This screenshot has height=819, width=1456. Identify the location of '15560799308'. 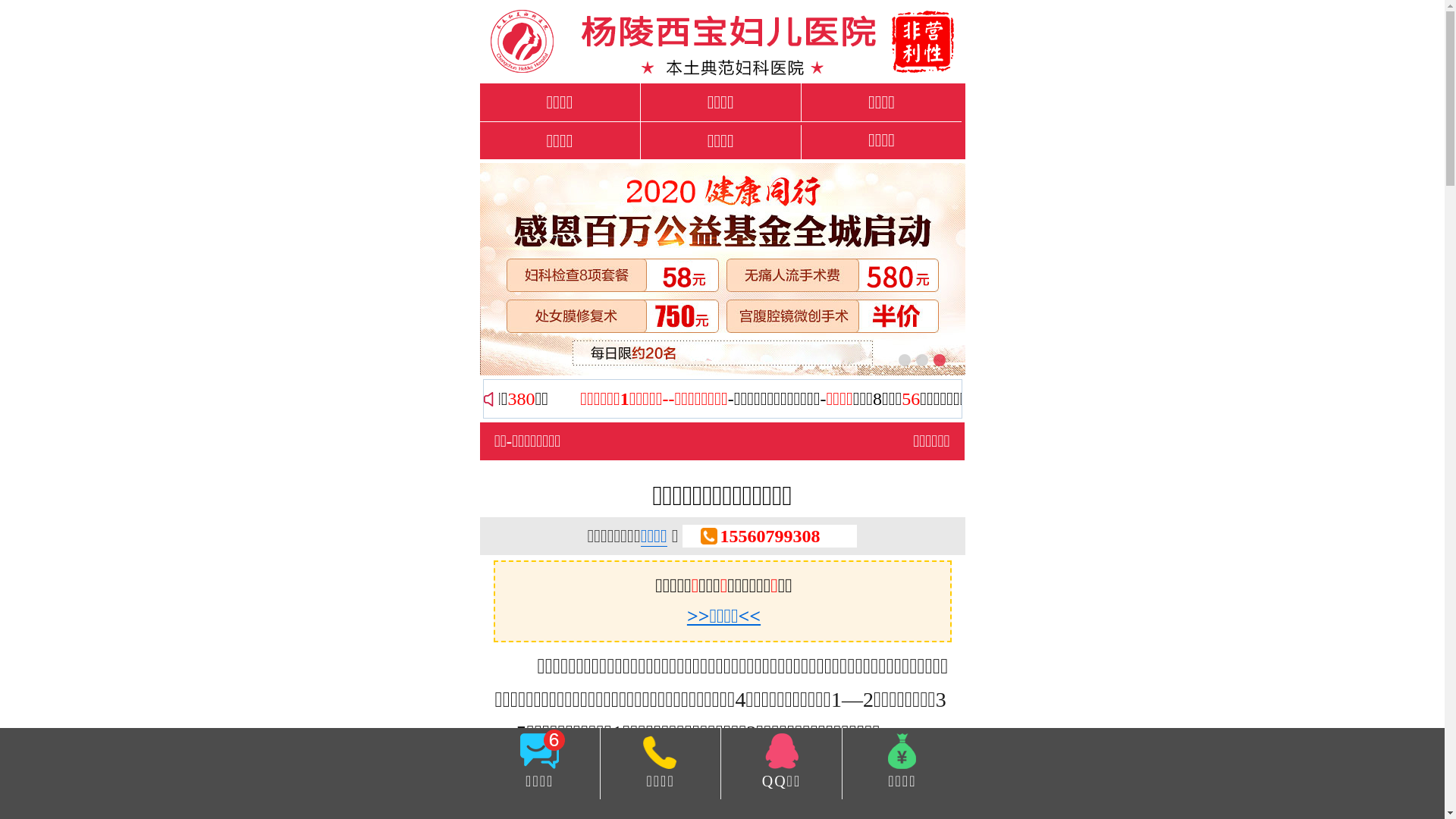
(769, 535).